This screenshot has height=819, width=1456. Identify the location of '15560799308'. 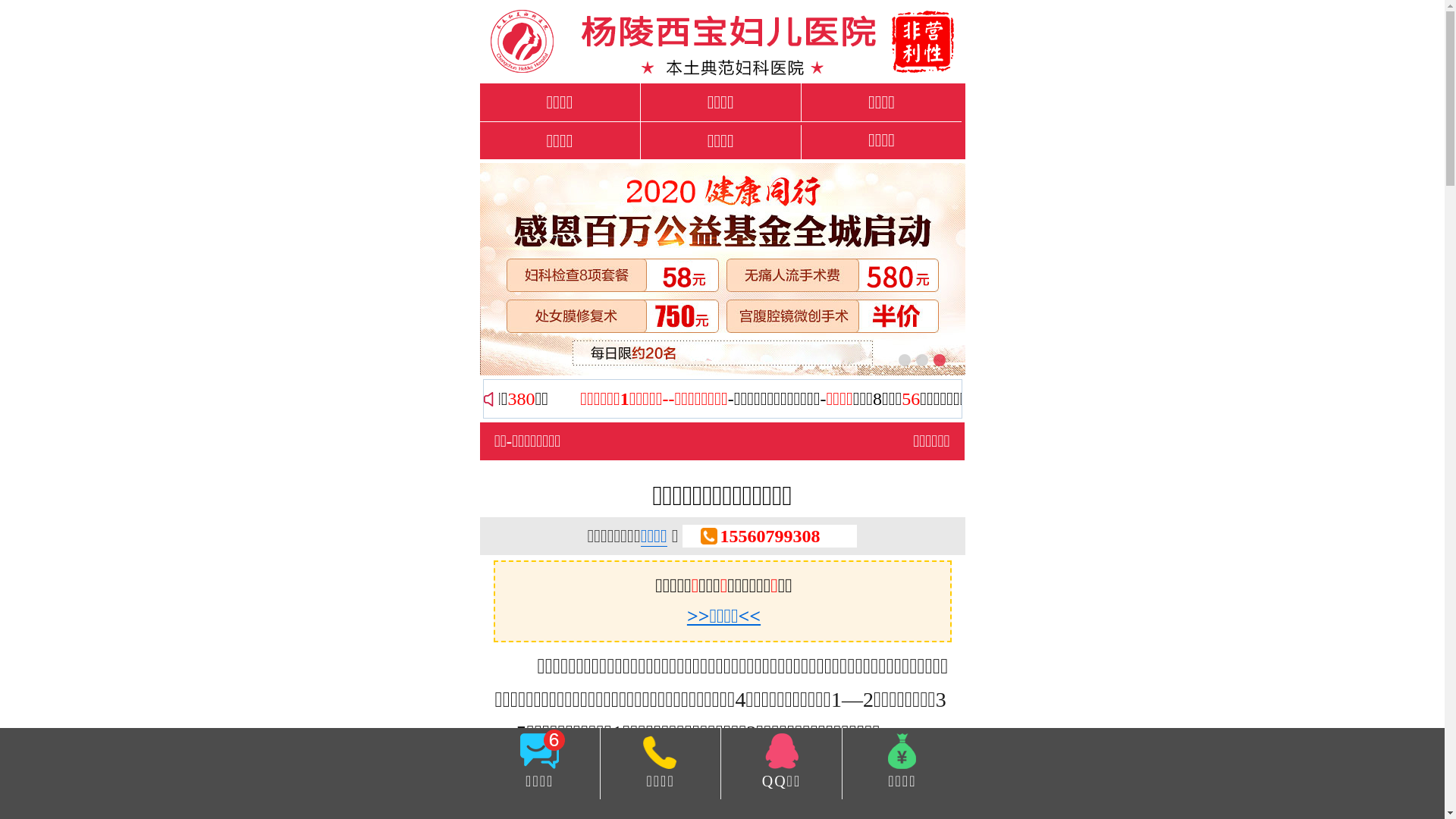
(769, 535).